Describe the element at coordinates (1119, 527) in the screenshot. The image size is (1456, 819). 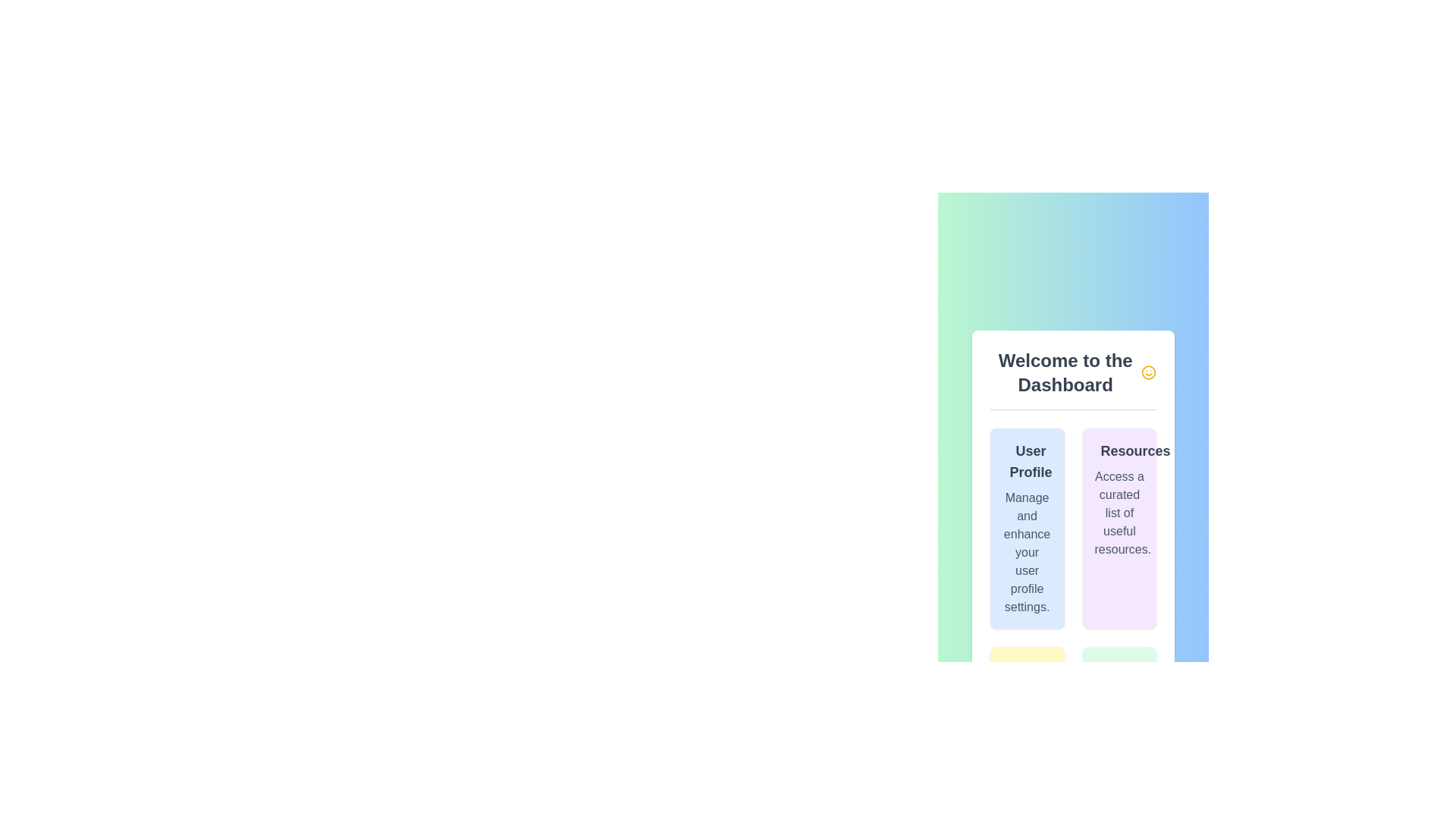
I see `the Informational Card which provides access to a curated collection of resources, located in the top-right quadrant of the grid` at that location.